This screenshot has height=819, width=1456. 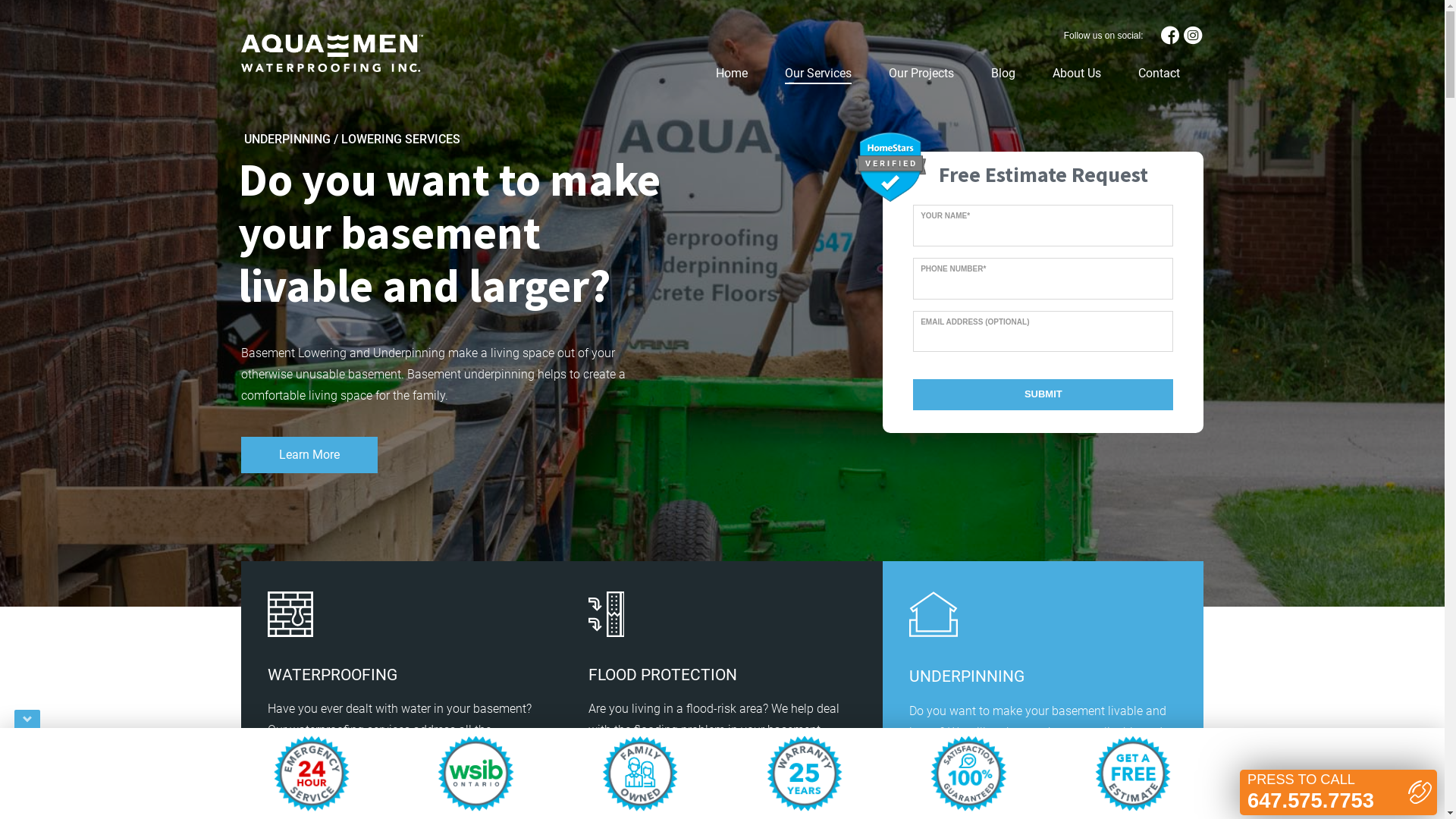 I want to click on 'Blog', so click(x=981, y=73).